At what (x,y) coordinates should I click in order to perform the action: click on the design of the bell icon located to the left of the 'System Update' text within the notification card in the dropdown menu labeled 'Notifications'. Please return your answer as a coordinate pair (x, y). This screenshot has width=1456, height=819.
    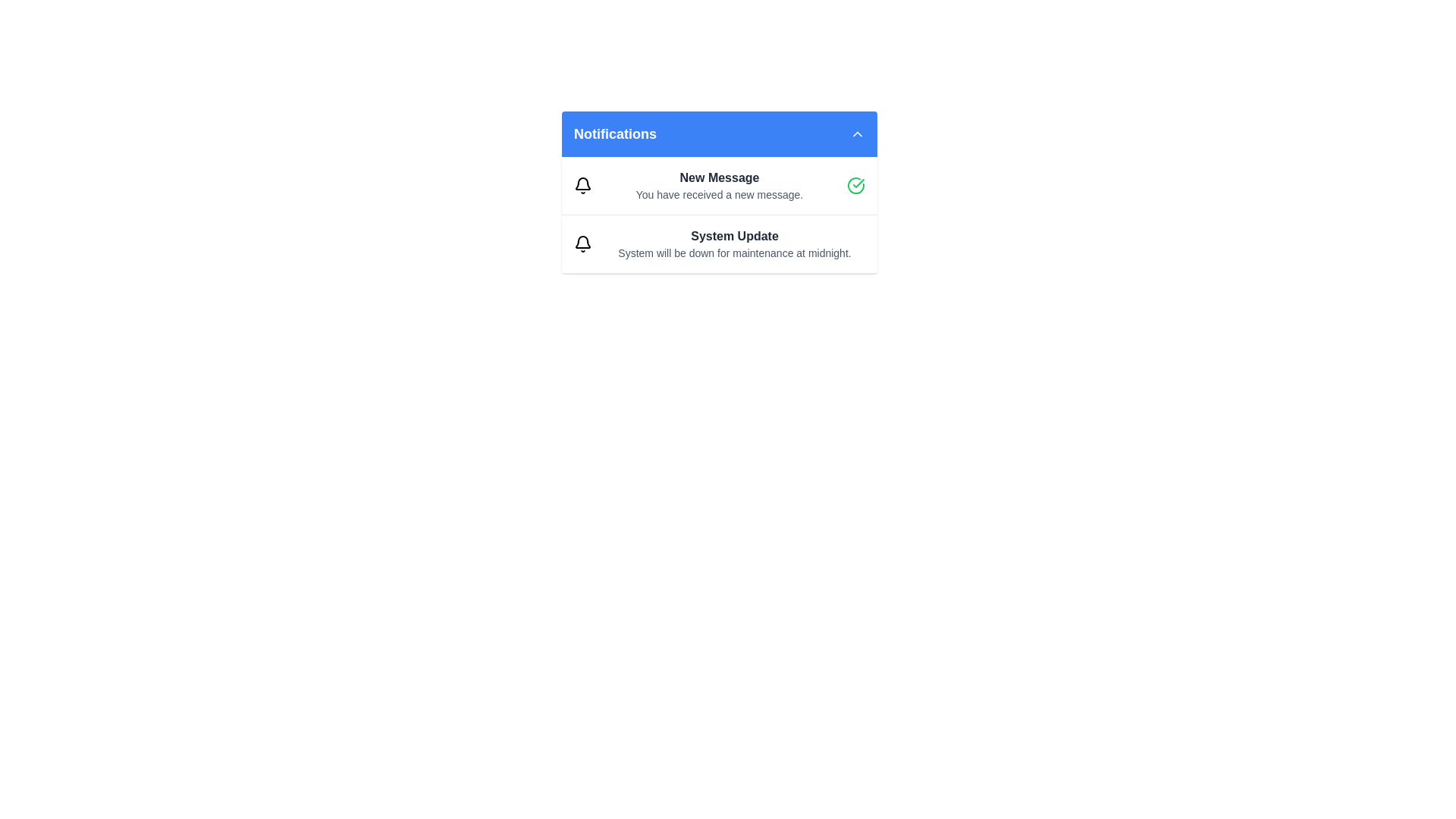
    Looking at the image, I should click on (582, 243).